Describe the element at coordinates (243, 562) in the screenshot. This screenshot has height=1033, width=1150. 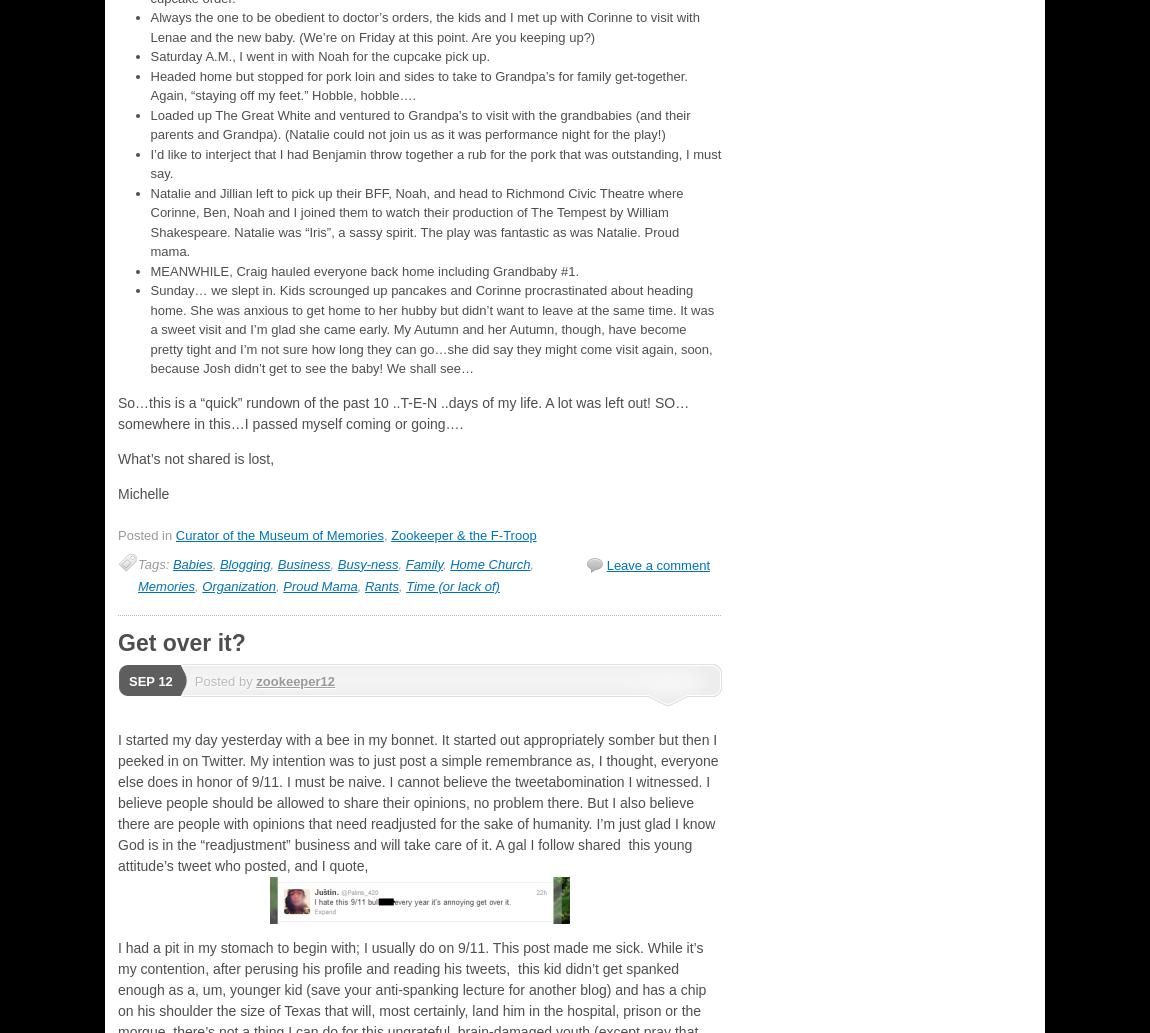
I see `'Blogging'` at that location.